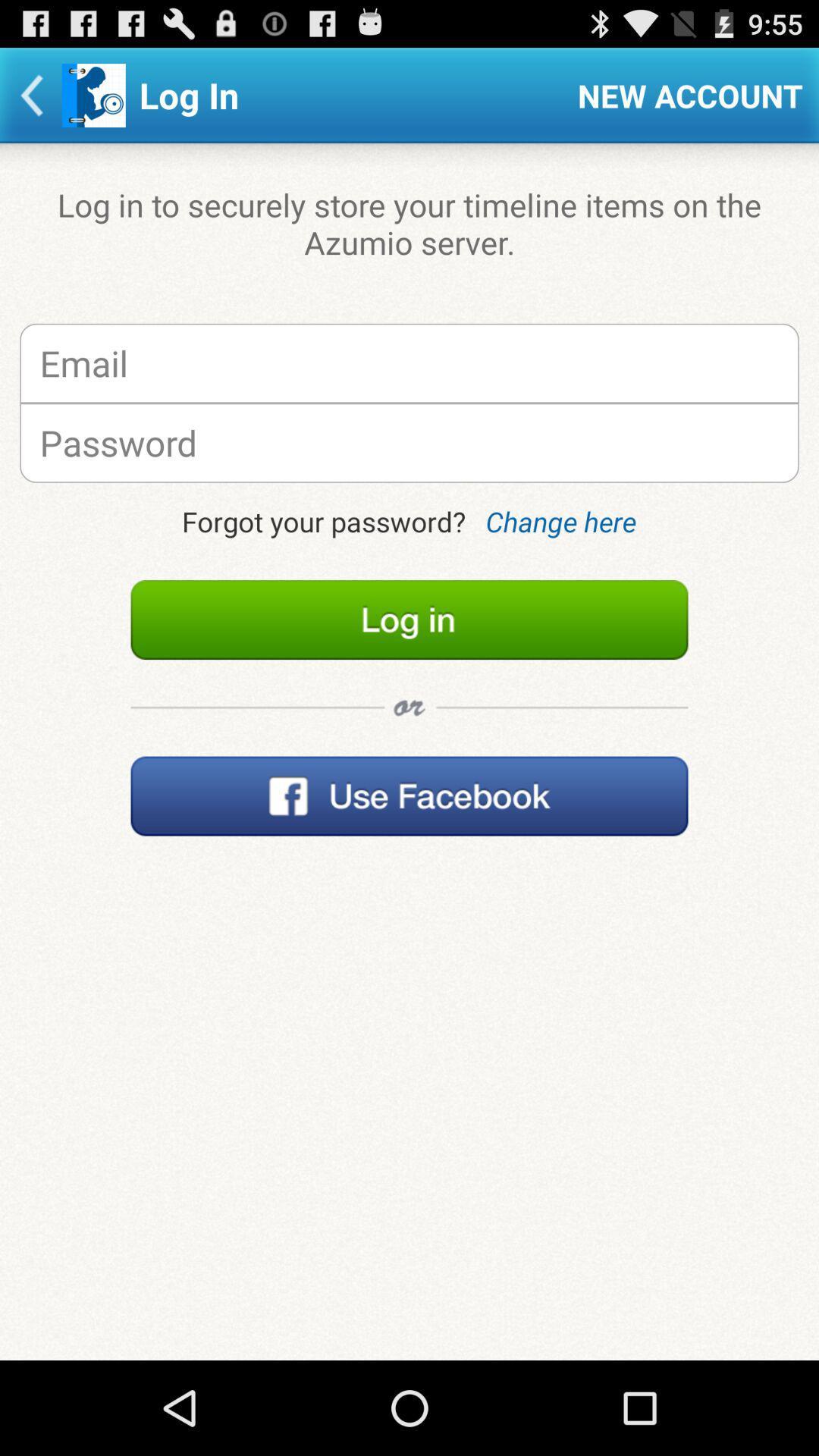 The image size is (819, 1456). Describe the element at coordinates (409, 442) in the screenshot. I see `open a keyboard` at that location.